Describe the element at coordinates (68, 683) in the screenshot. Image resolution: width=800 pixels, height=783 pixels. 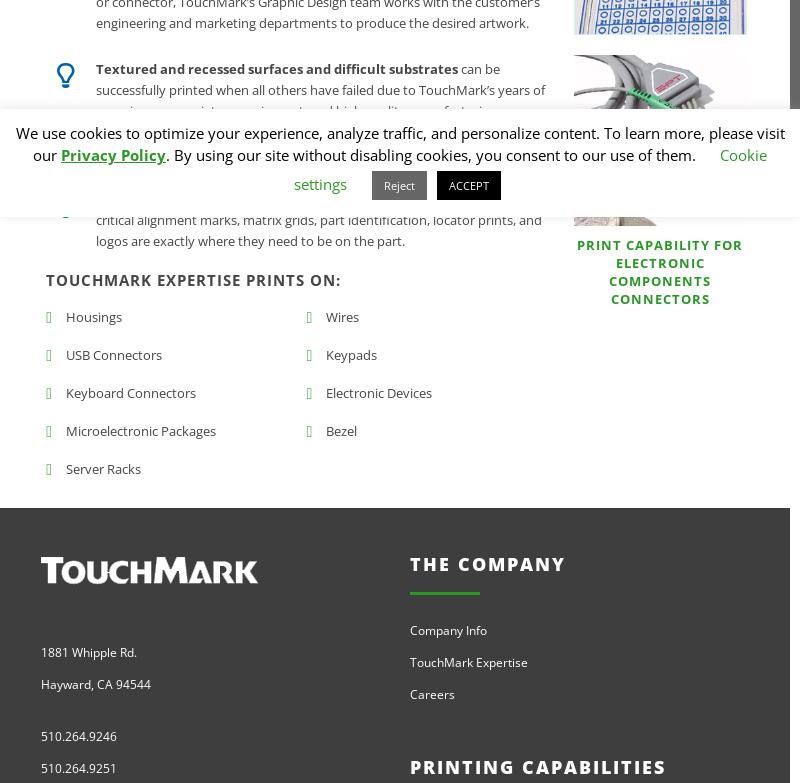
I see `'Hayward,'` at that location.